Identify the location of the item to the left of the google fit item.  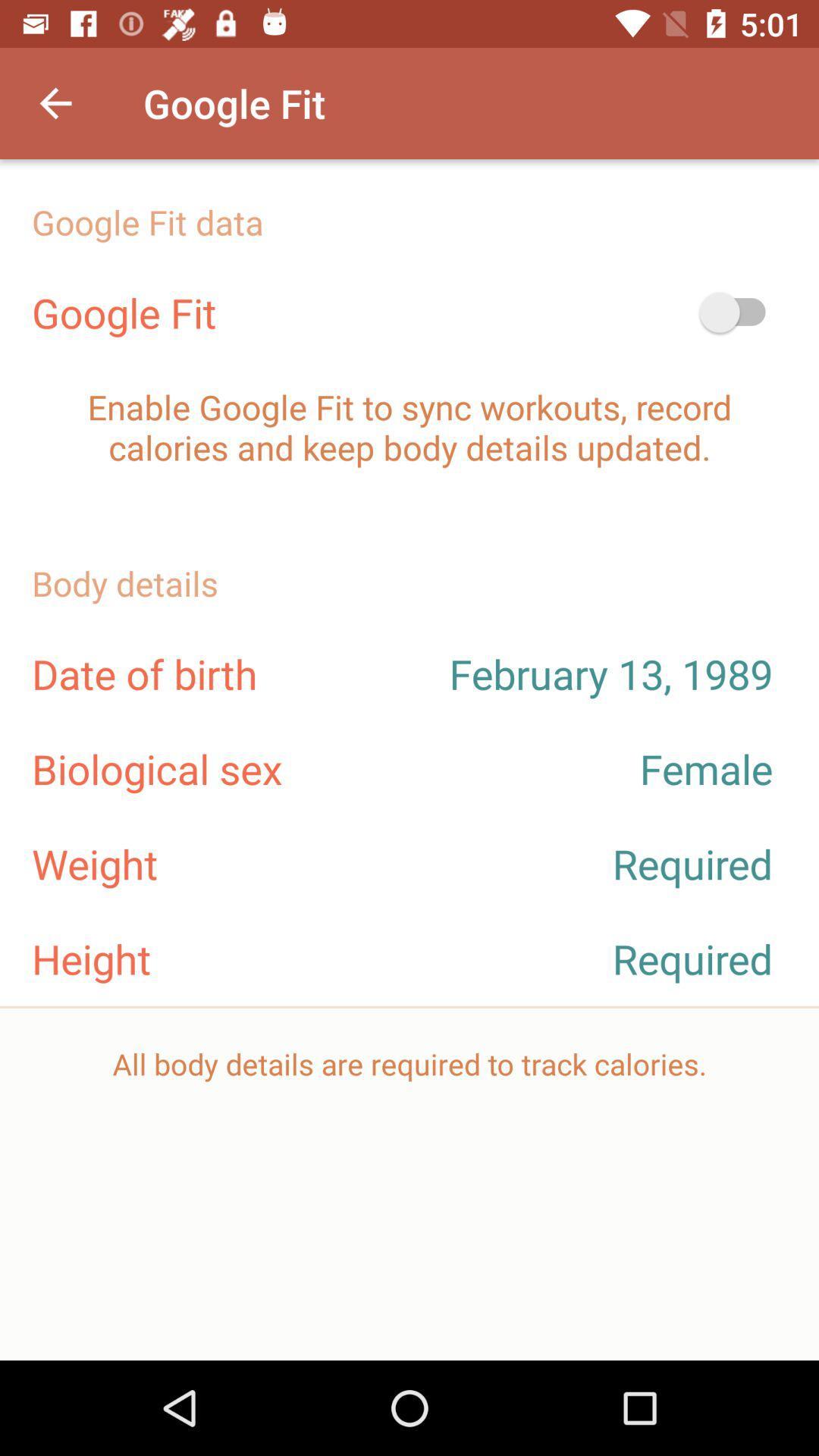
(55, 102).